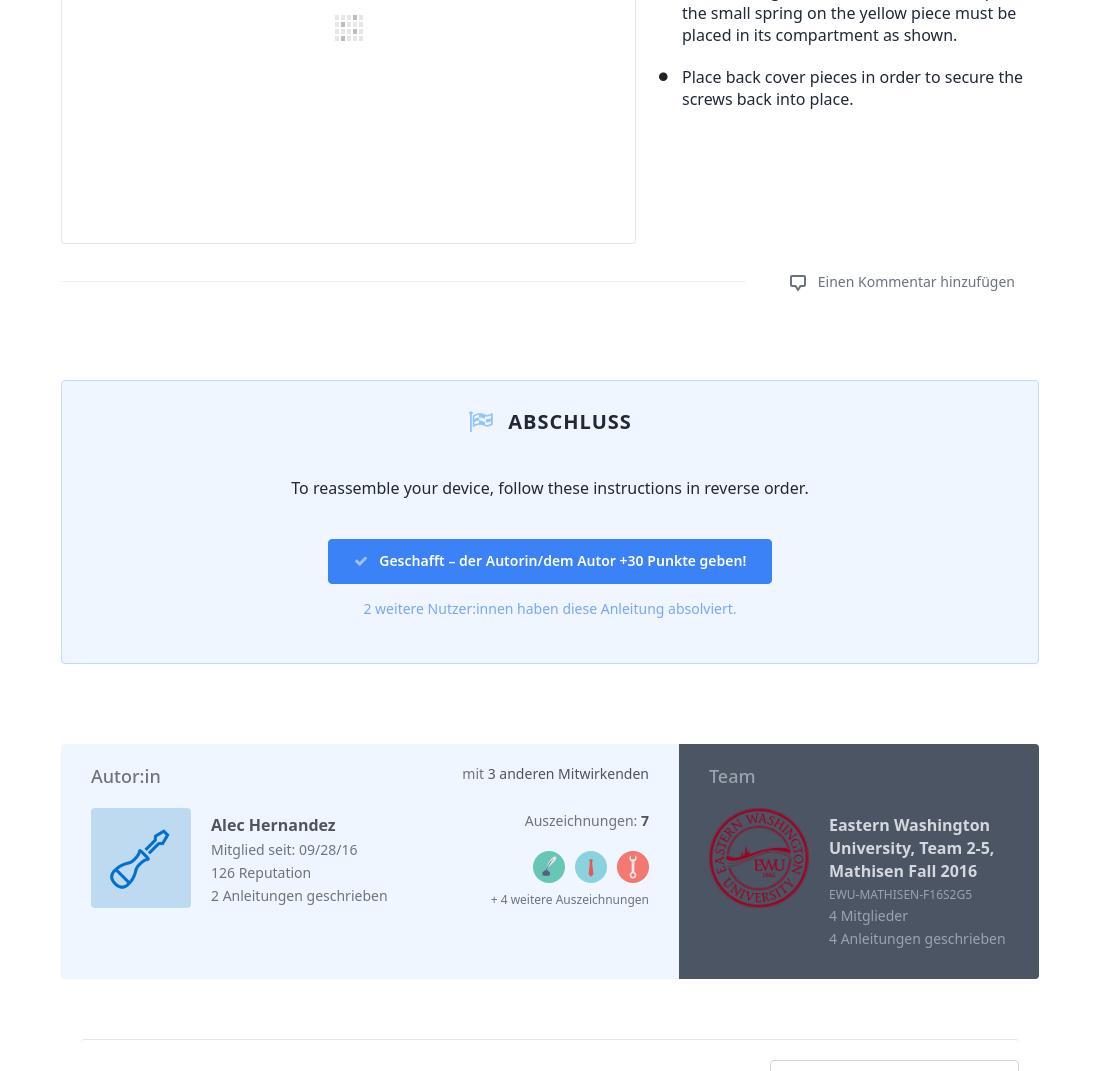 This screenshot has height=1071, width=1110. I want to click on 'To reassemble your device, follow these instructions in reverse order.', so click(548, 485).